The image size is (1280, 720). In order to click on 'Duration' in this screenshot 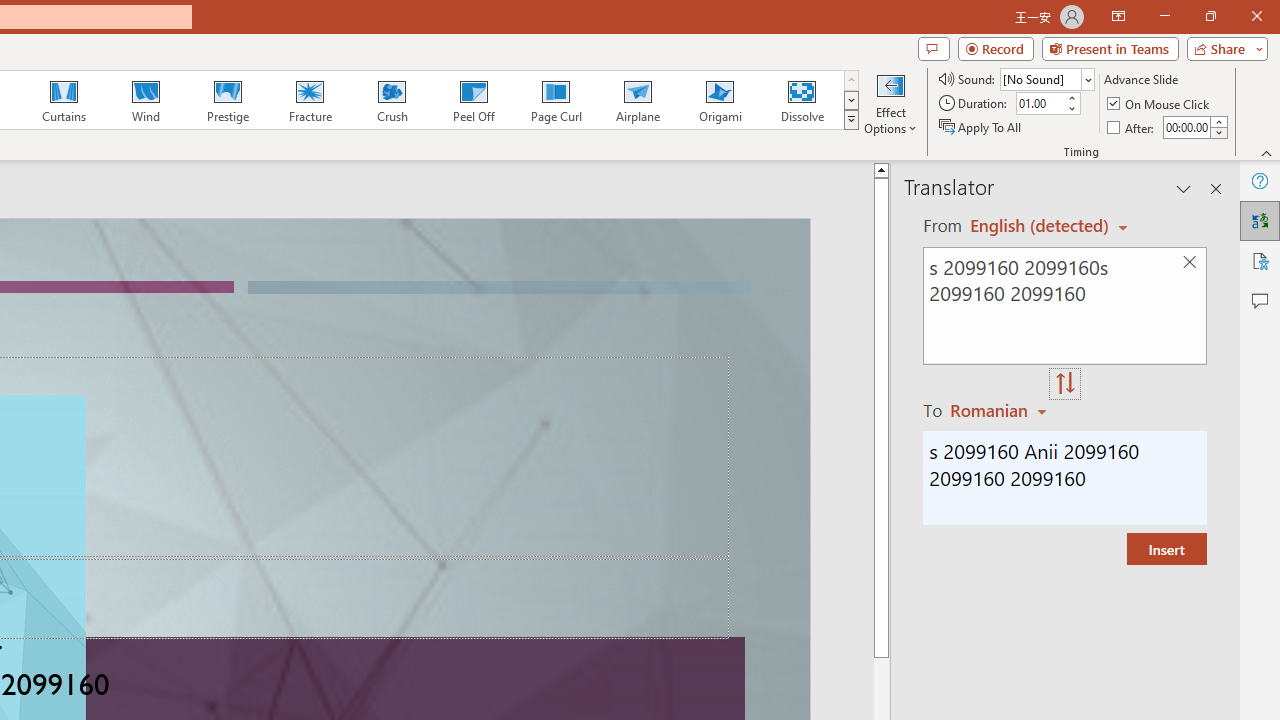, I will do `click(1040, 103)`.